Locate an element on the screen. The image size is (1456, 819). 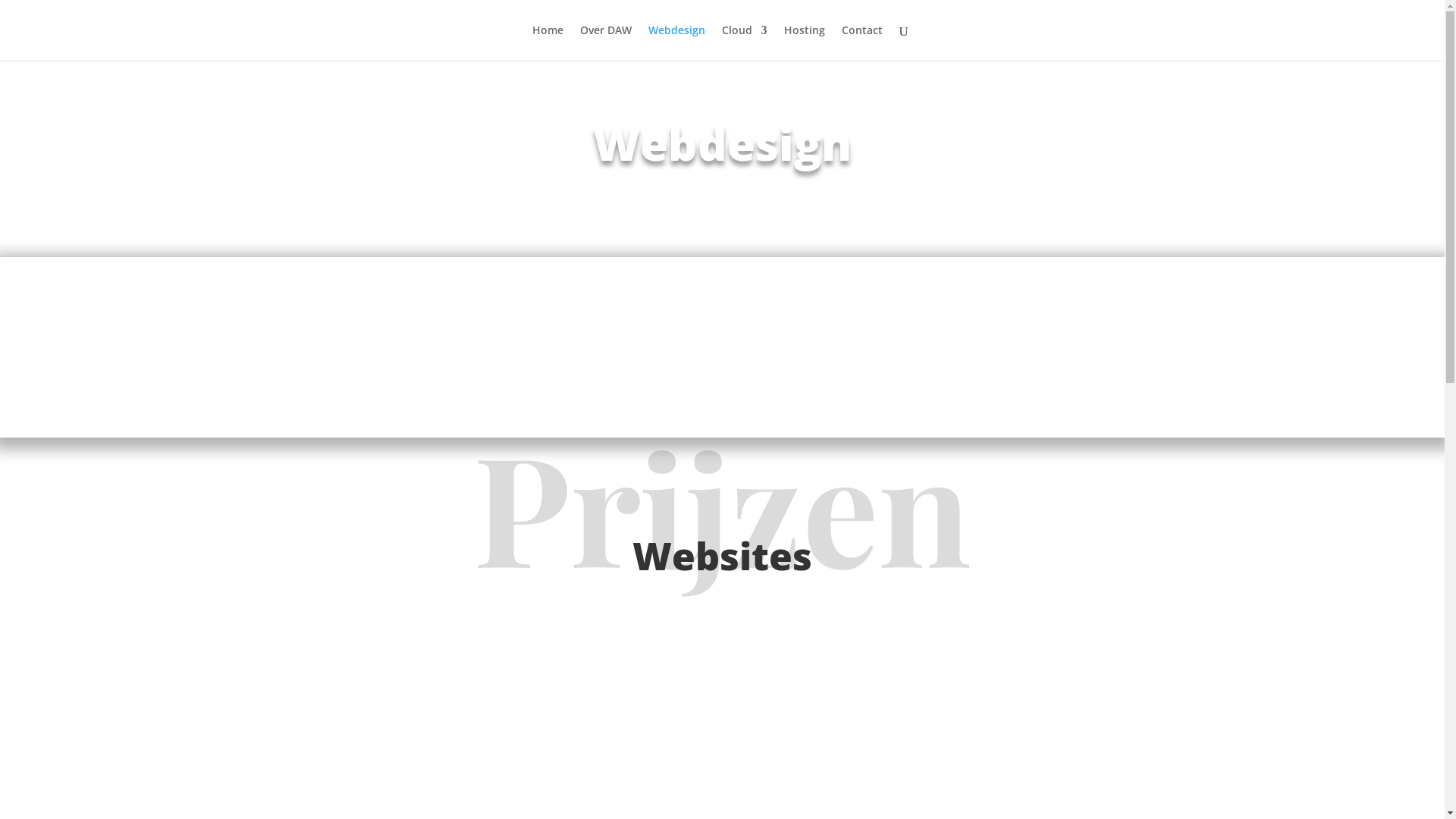
'Hosting' is located at coordinates (783, 42).